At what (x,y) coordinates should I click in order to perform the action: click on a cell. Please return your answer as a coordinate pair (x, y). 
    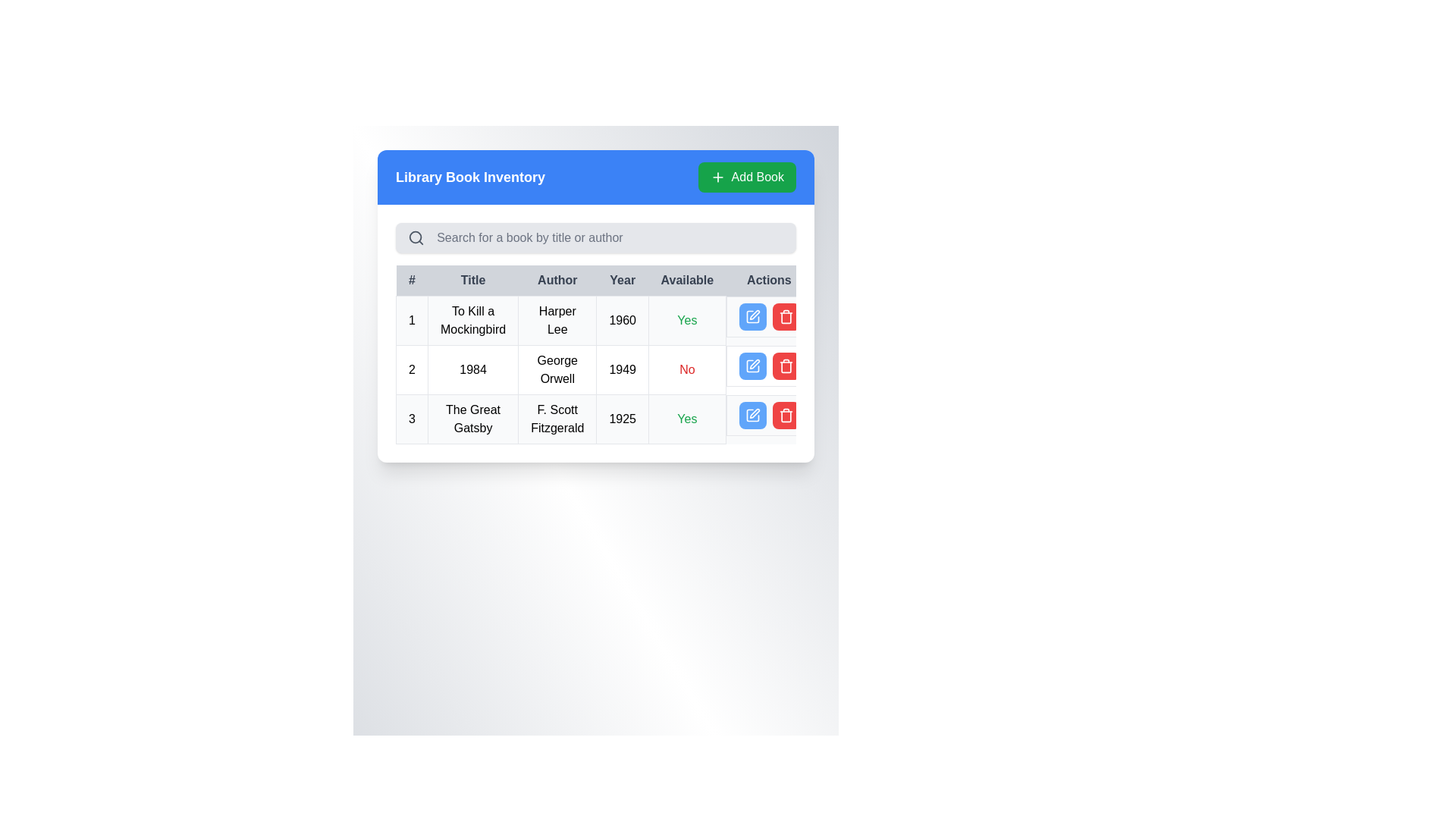
    Looking at the image, I should click on (604, 370).